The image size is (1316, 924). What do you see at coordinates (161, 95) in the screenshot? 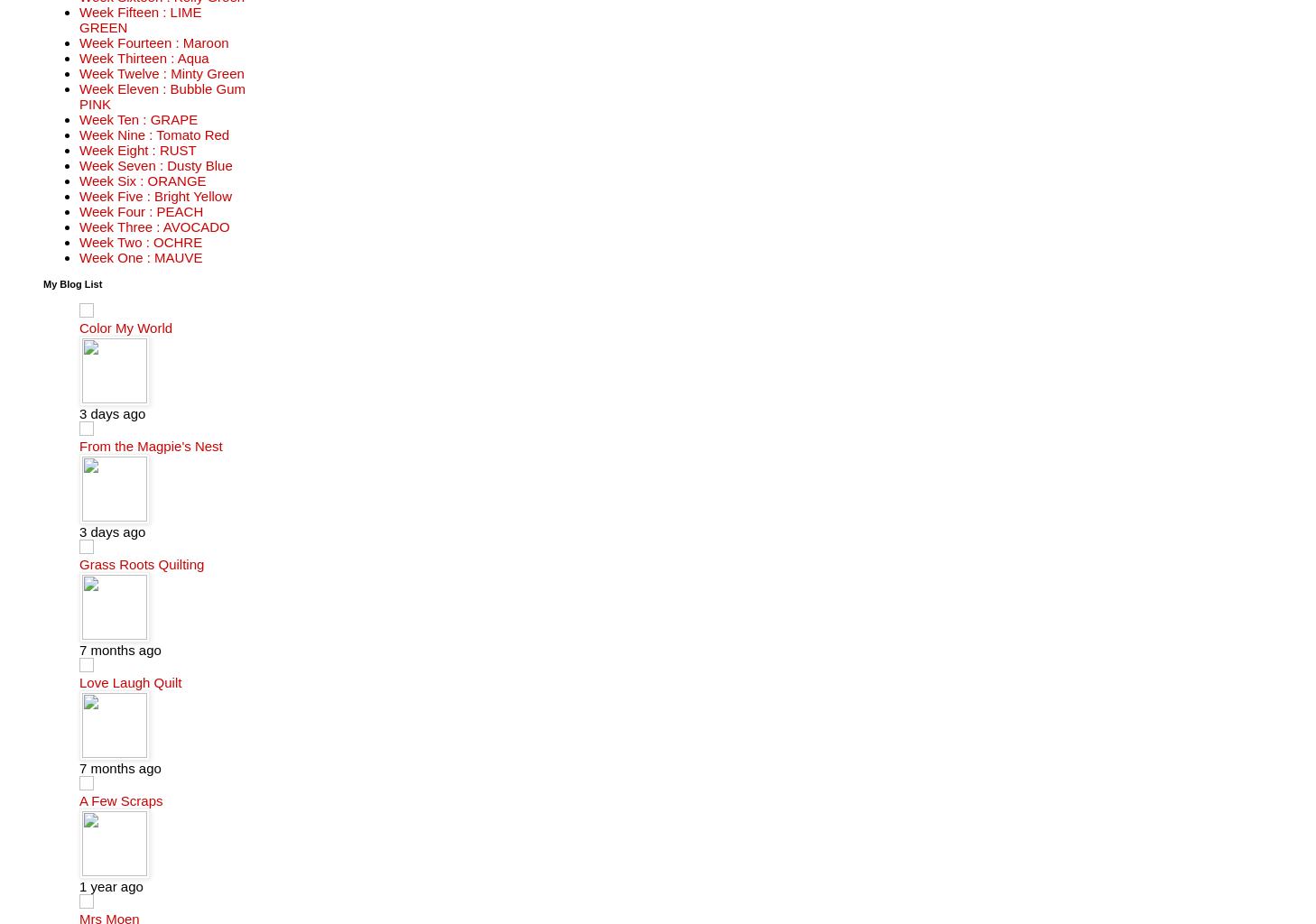
I see `'Week Eleven : Bubble Gum PINK'` at bounding box center [161, 95].